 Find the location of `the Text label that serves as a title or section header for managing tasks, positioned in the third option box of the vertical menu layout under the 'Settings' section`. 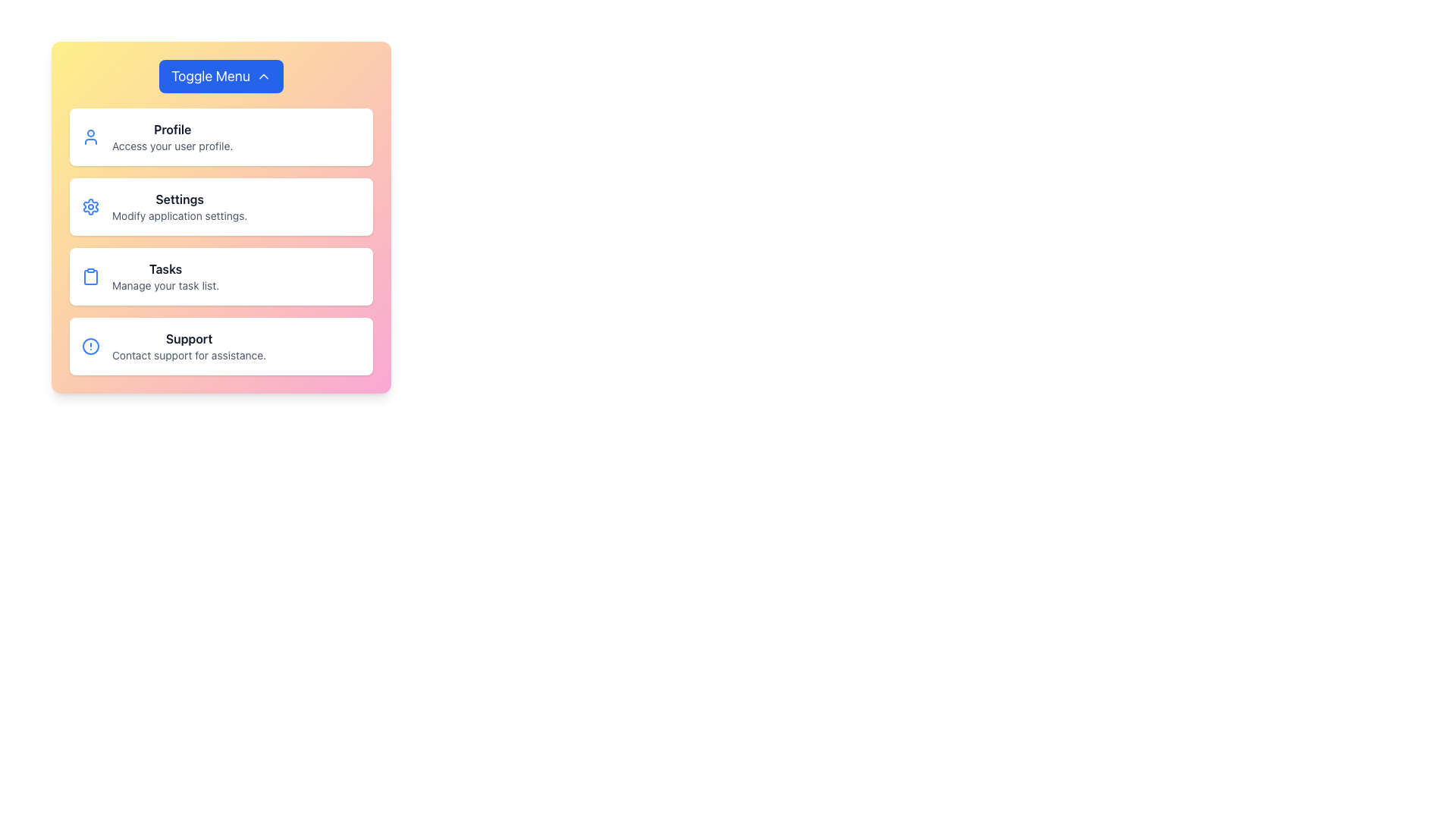

the Text label that serves as a title or section header for managing tasks, positioned in the third option box of the vertical menu layout under the 'Settings' section is located at coordinates (165, 268).